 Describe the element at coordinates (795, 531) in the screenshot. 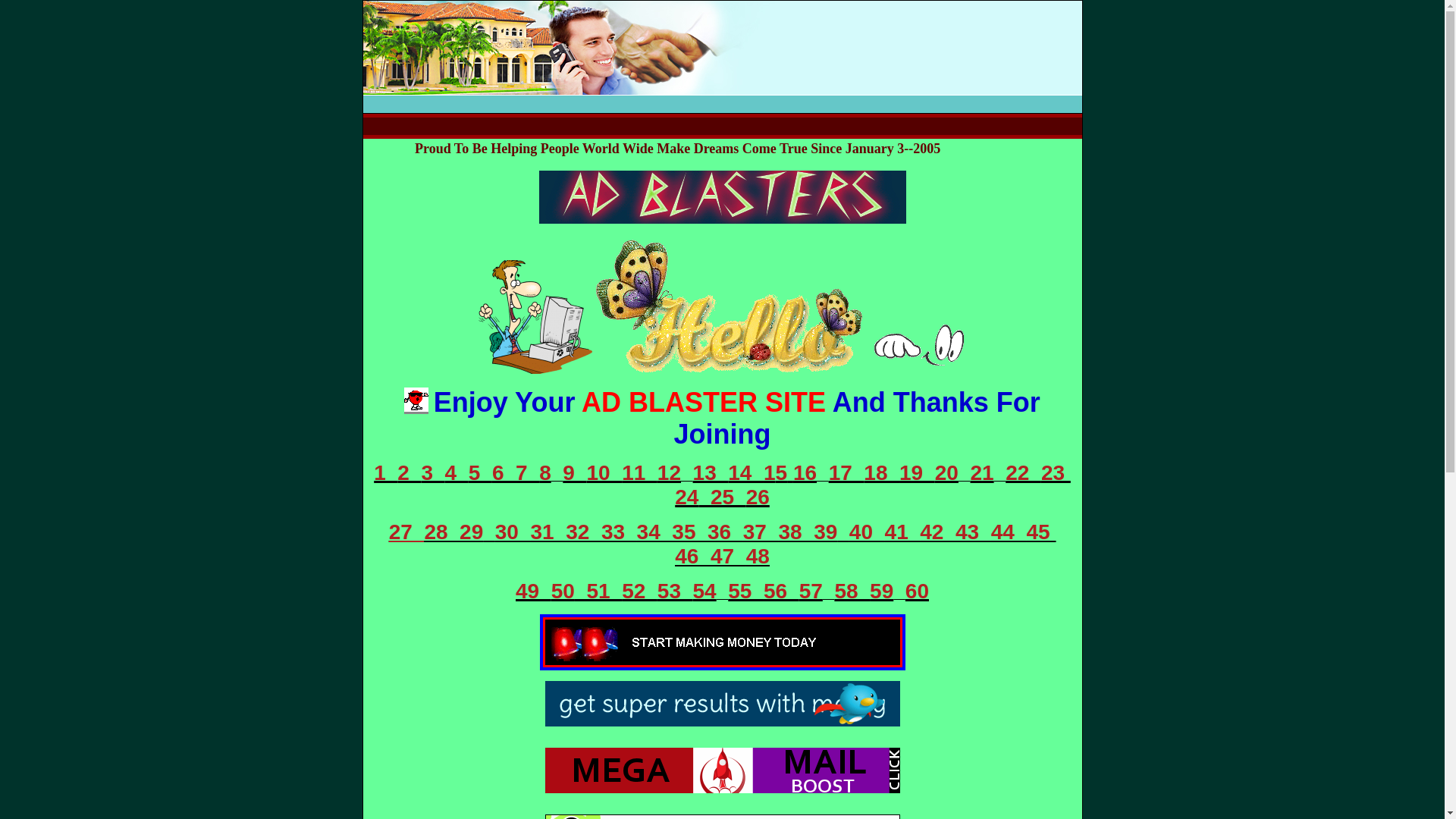

I see `'38 '` at that location.